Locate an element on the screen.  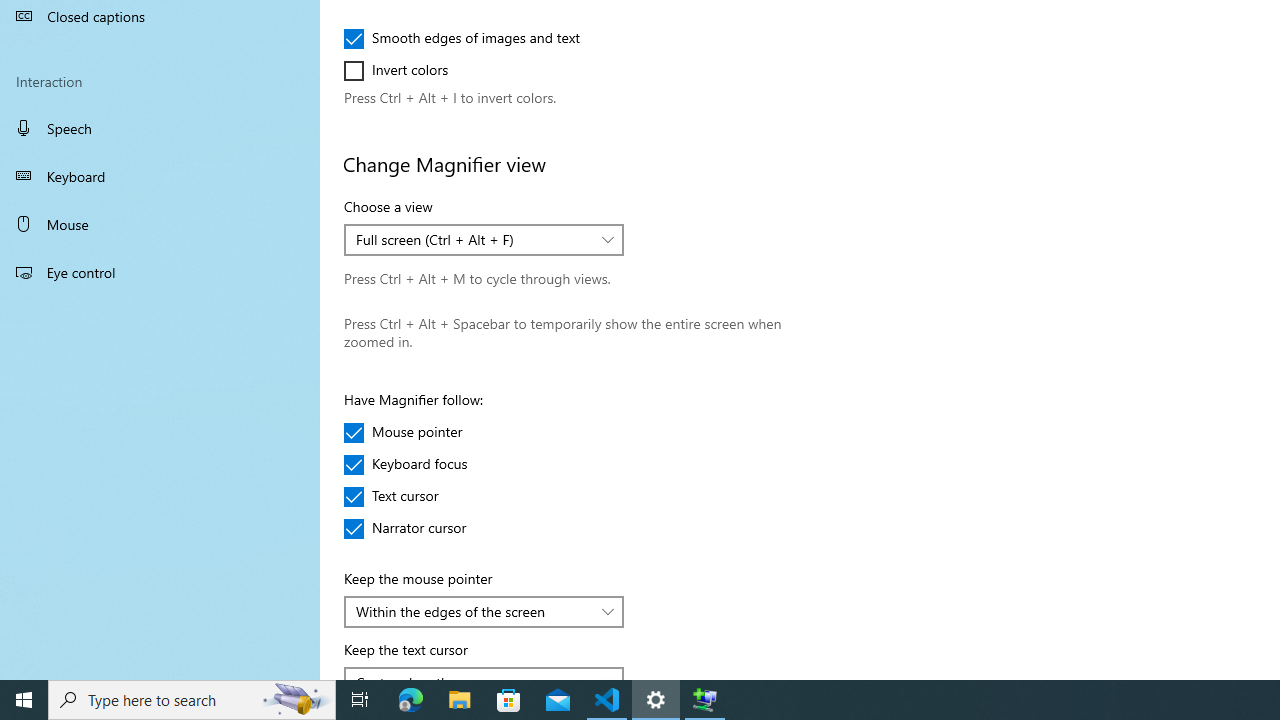
'Microsoft Store' is located at coordinates (509, 698).